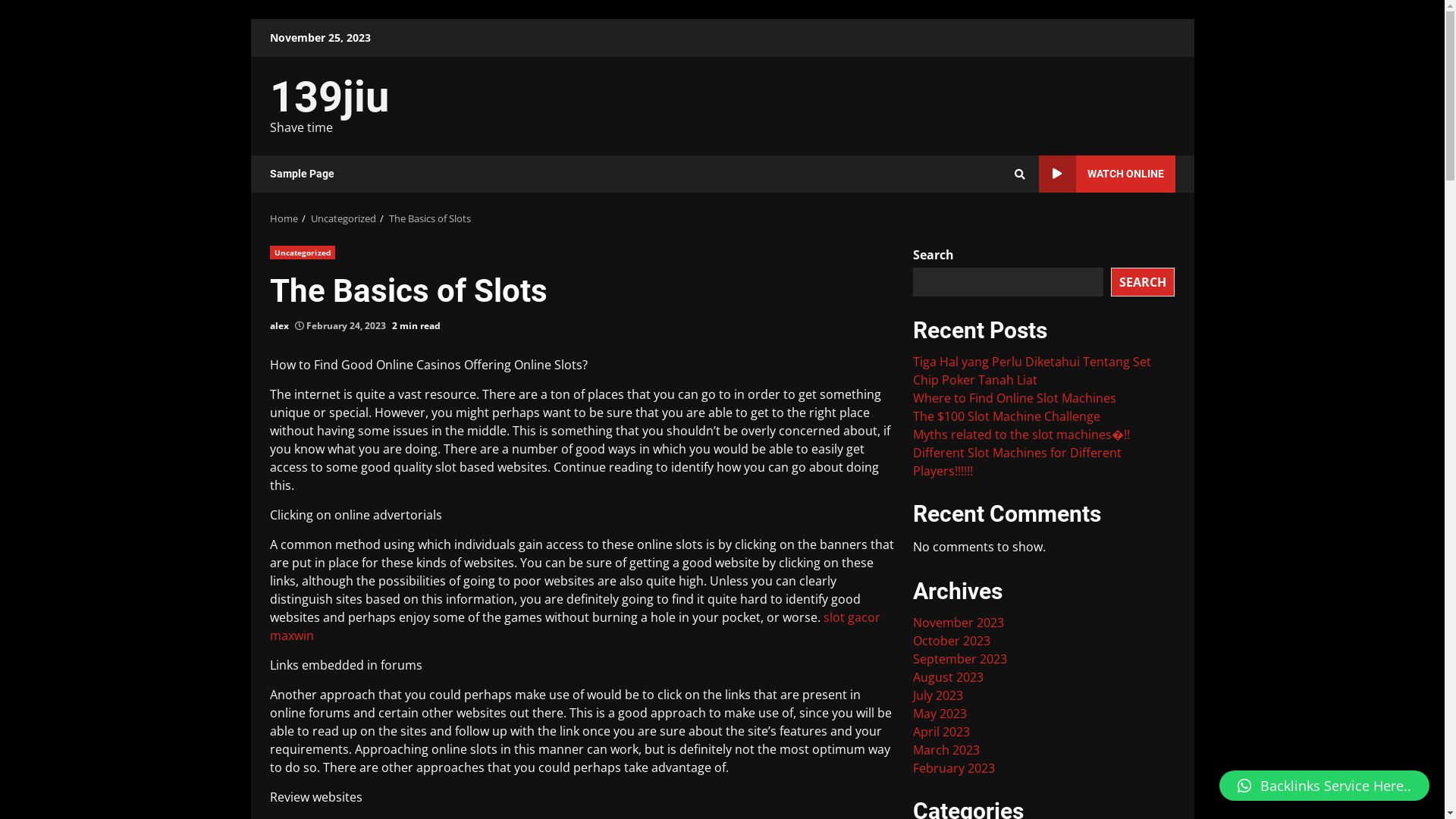  What do you see at coordinates (937, 695) in the screenshot?
I see `'July 2023'` at bounding box center [937, 695].